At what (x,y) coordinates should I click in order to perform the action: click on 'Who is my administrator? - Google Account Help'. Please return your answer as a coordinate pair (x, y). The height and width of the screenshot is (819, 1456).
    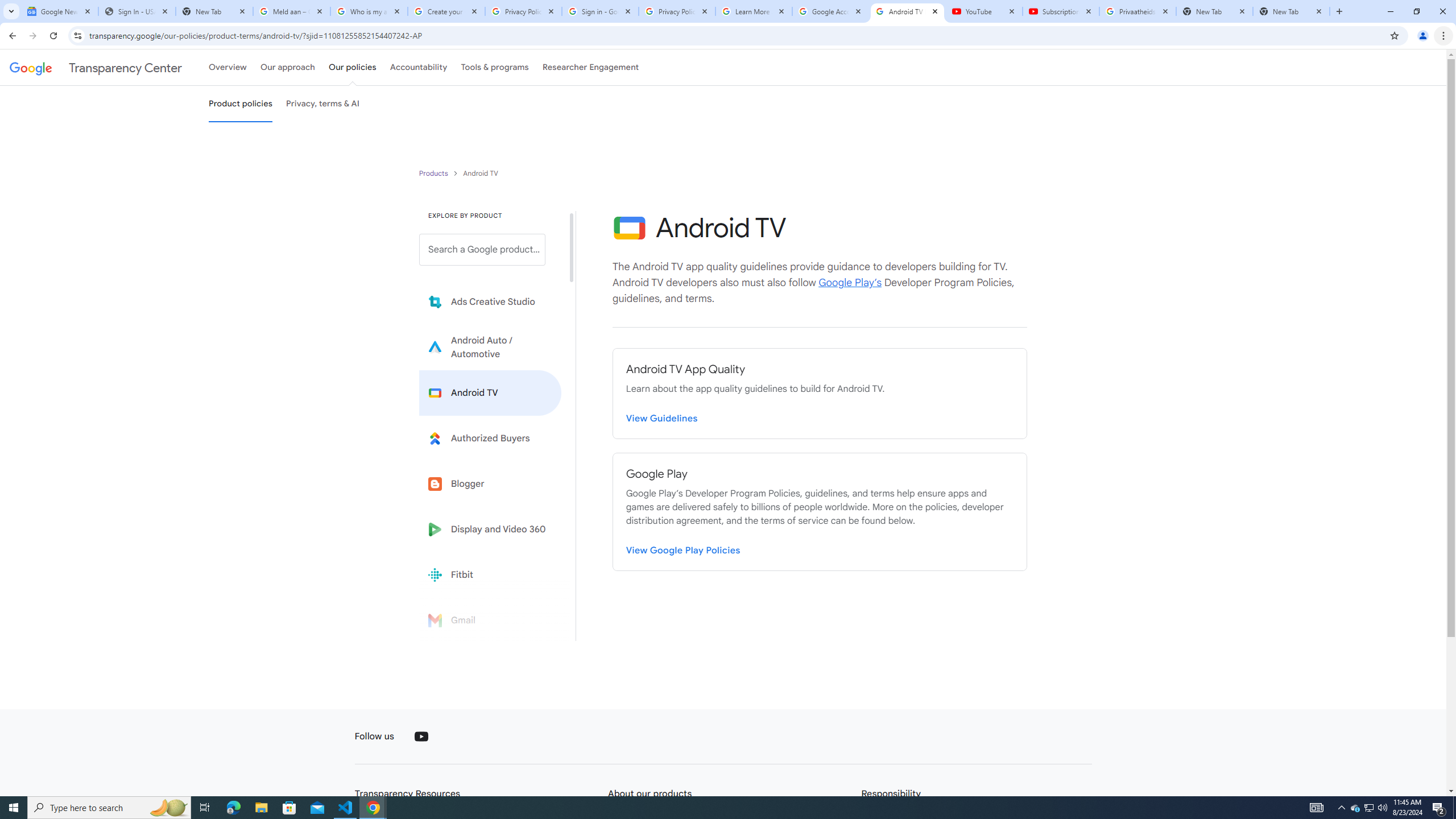
    Looking at the image, I should click on (369, 11).